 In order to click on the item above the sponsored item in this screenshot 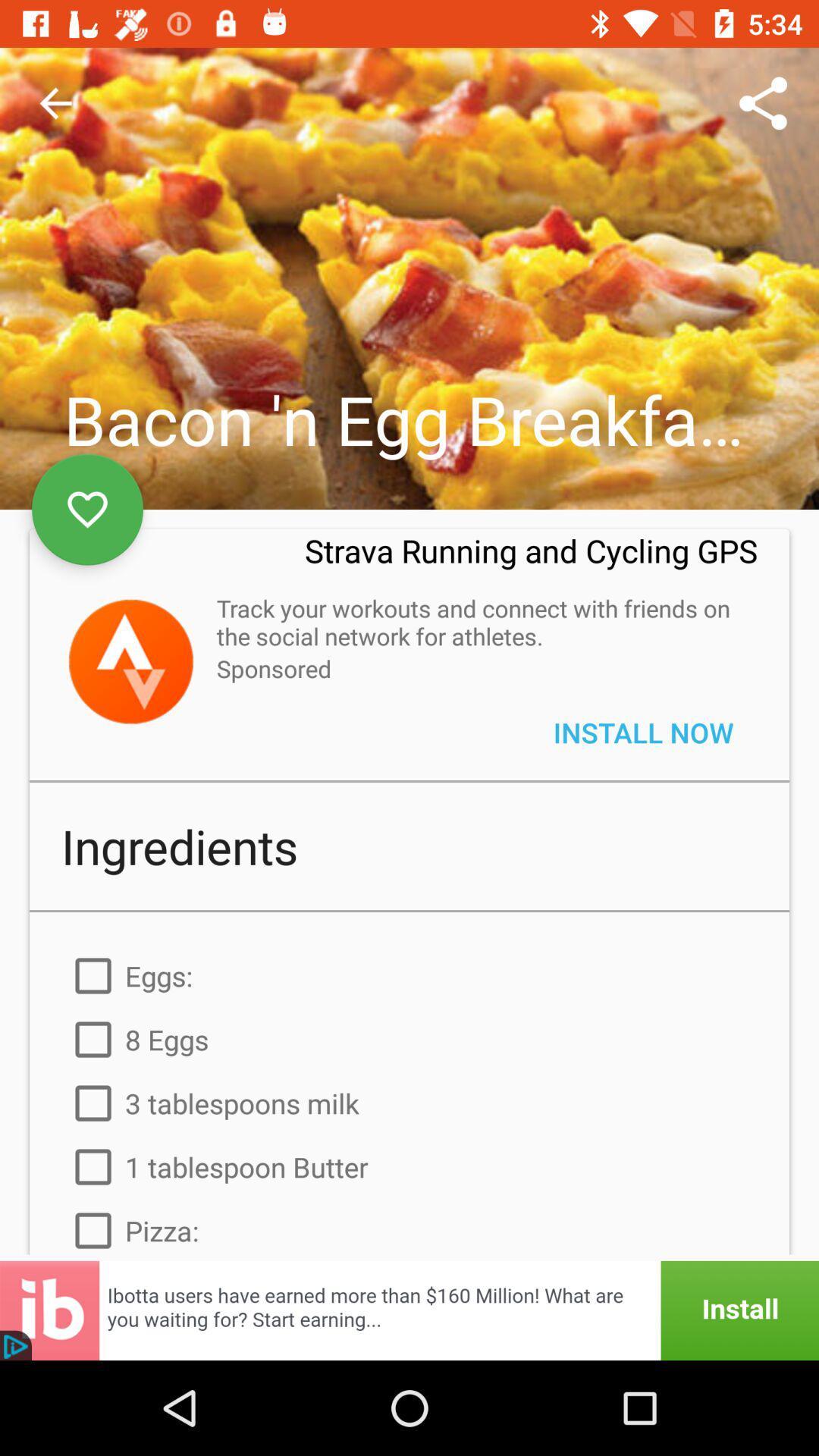, I will do `click(479, 622)`.